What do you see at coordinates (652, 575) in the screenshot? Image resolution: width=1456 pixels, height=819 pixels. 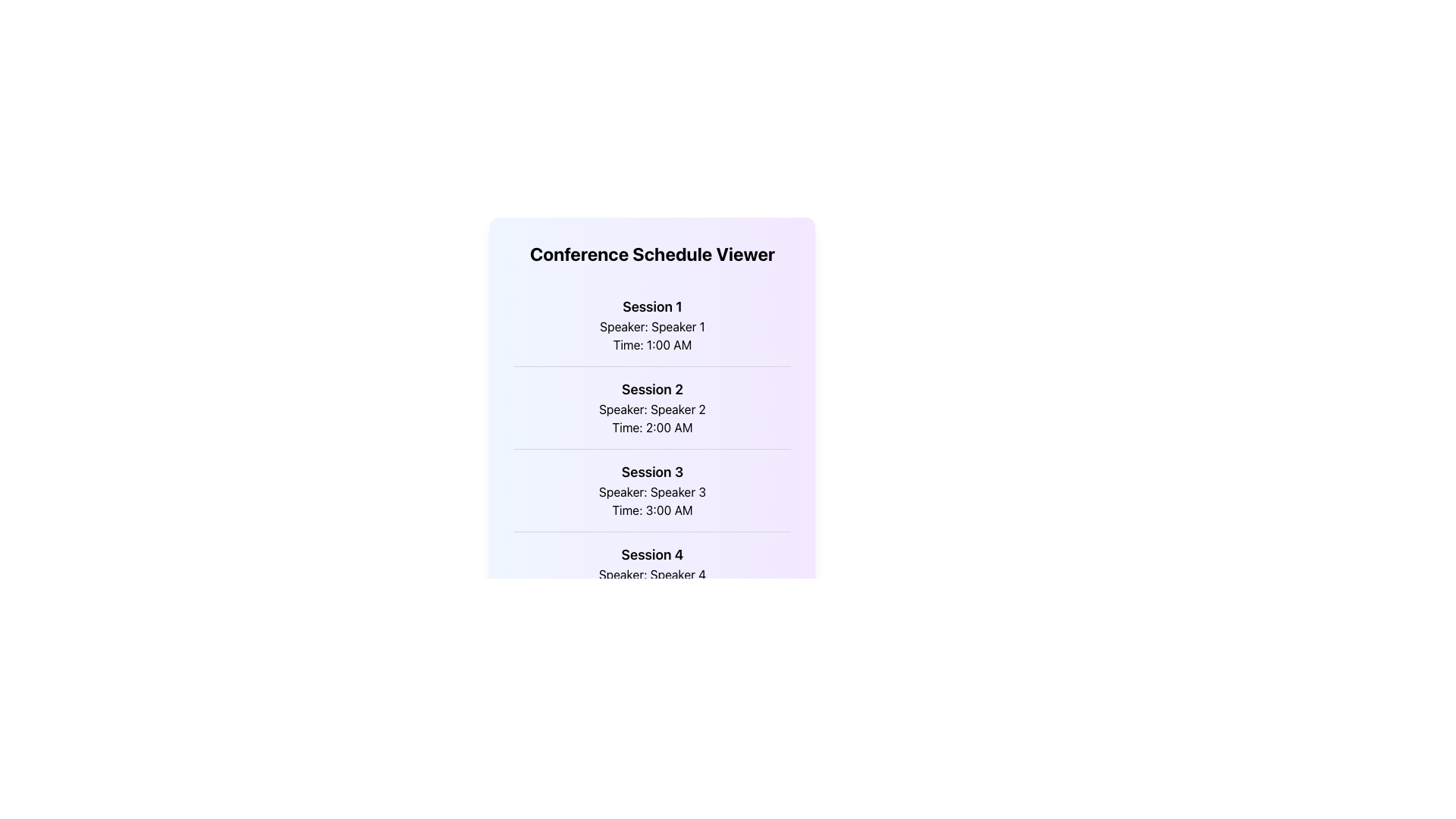 I see `text label that provides the name of the speaker for session 4 of the displayed schedule, positioned below the 'Session 4' heading and above the 'Time: 4:00 AM' label` at bounding box center [652, 575].